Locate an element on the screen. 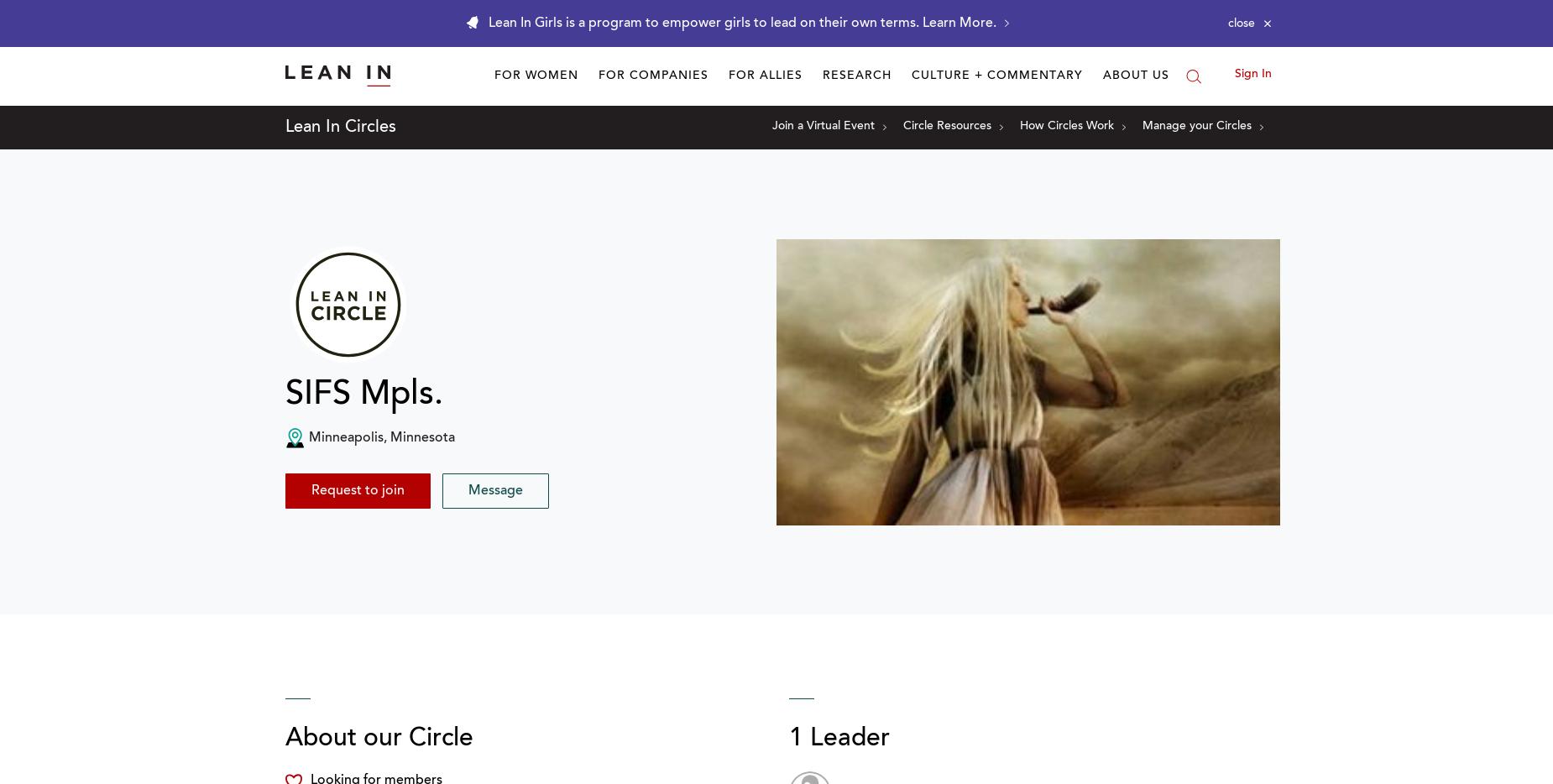 Image resolution: width=1553 pixels, height=784 pixels. 'Minneapolis, Minnesota' is located at coordinates (379, 438).